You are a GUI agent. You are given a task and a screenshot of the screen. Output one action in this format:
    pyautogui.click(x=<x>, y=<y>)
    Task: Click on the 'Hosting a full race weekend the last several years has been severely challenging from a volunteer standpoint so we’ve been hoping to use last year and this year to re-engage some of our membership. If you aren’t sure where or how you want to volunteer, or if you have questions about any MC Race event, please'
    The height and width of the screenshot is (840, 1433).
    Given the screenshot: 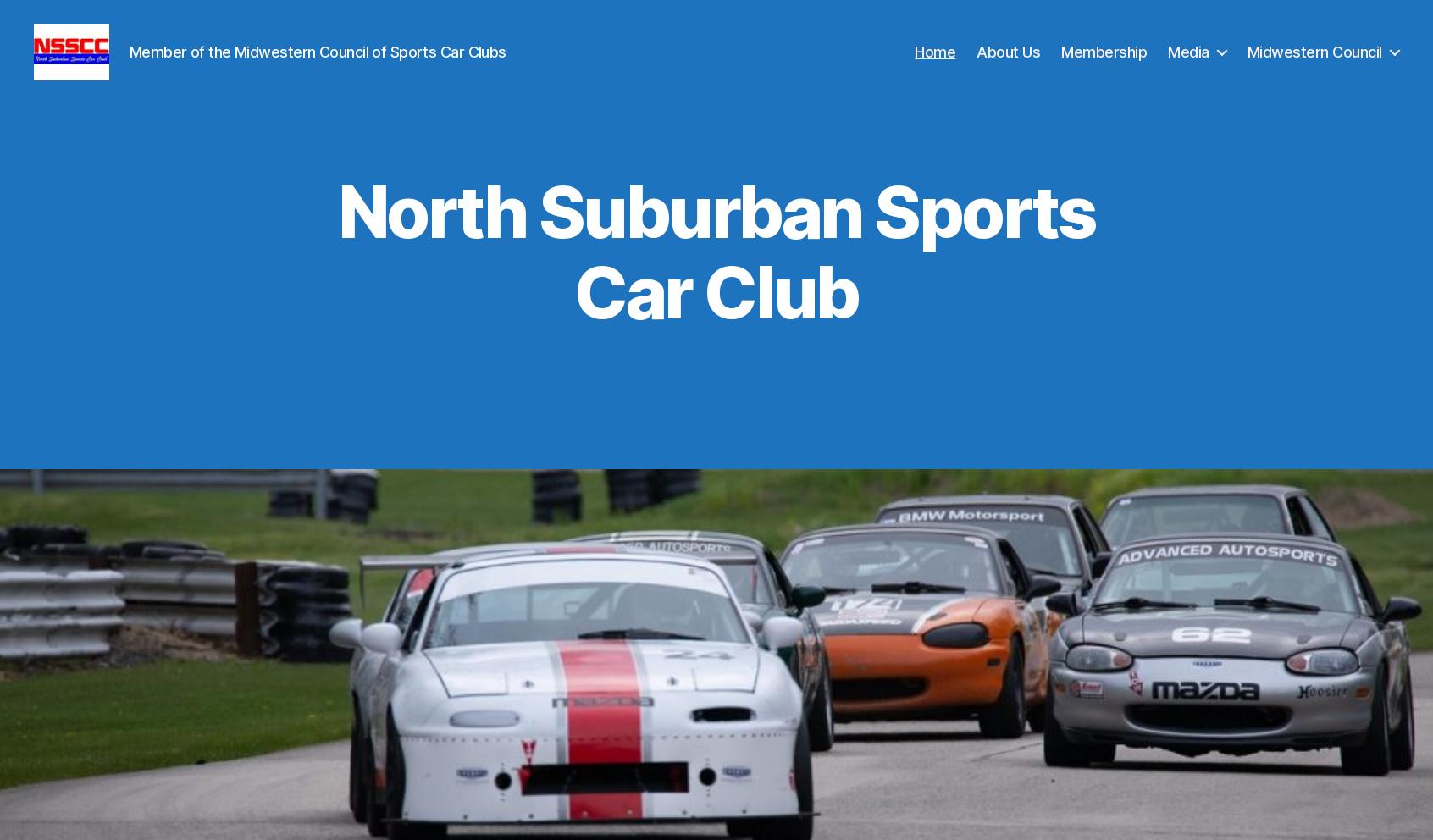 What is the action you would take?
    pyautogui.click(x=719, y=696)
    